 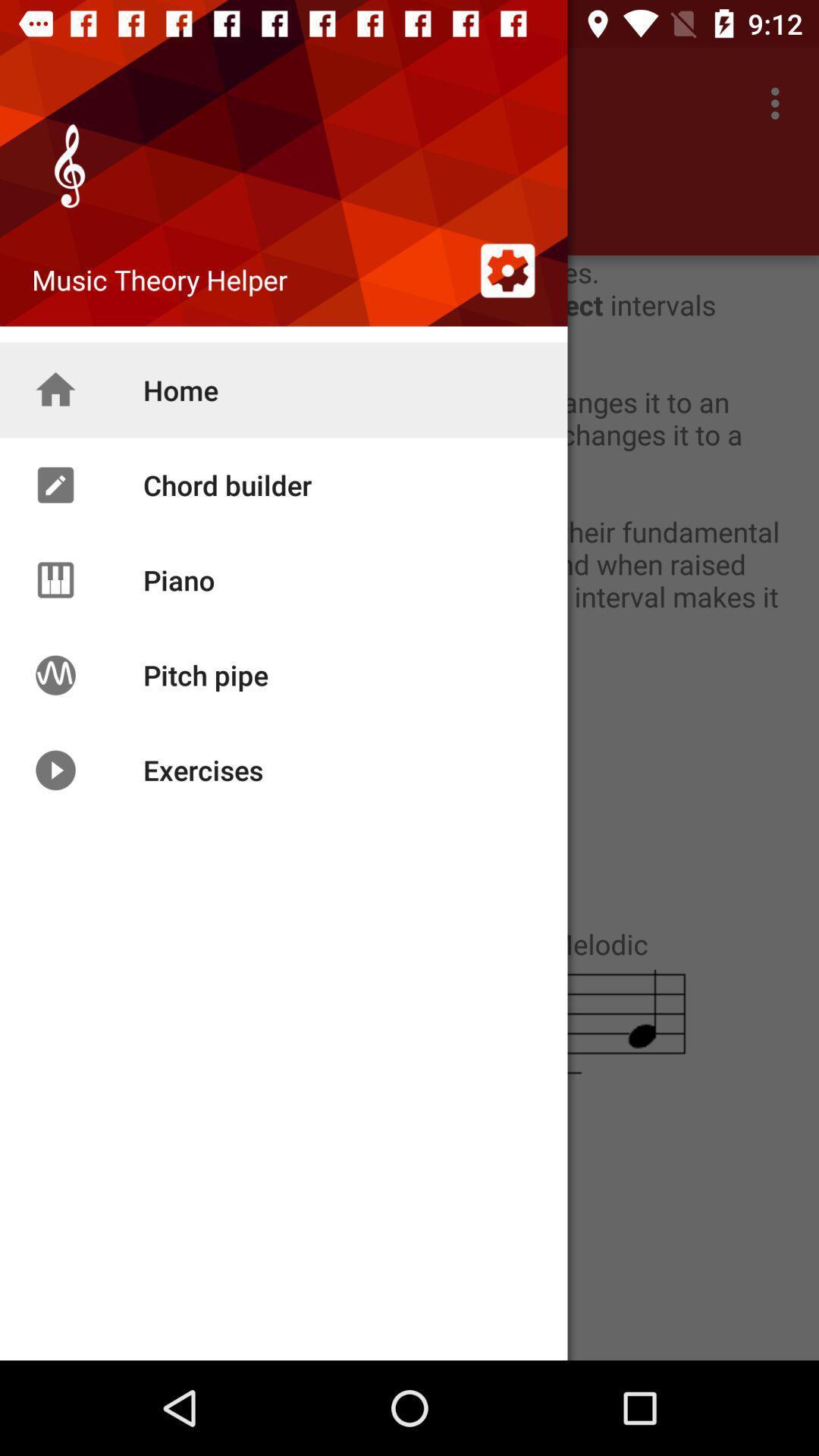 I want to click on the icon present to the left of exercises, so click(x=55, y=770).